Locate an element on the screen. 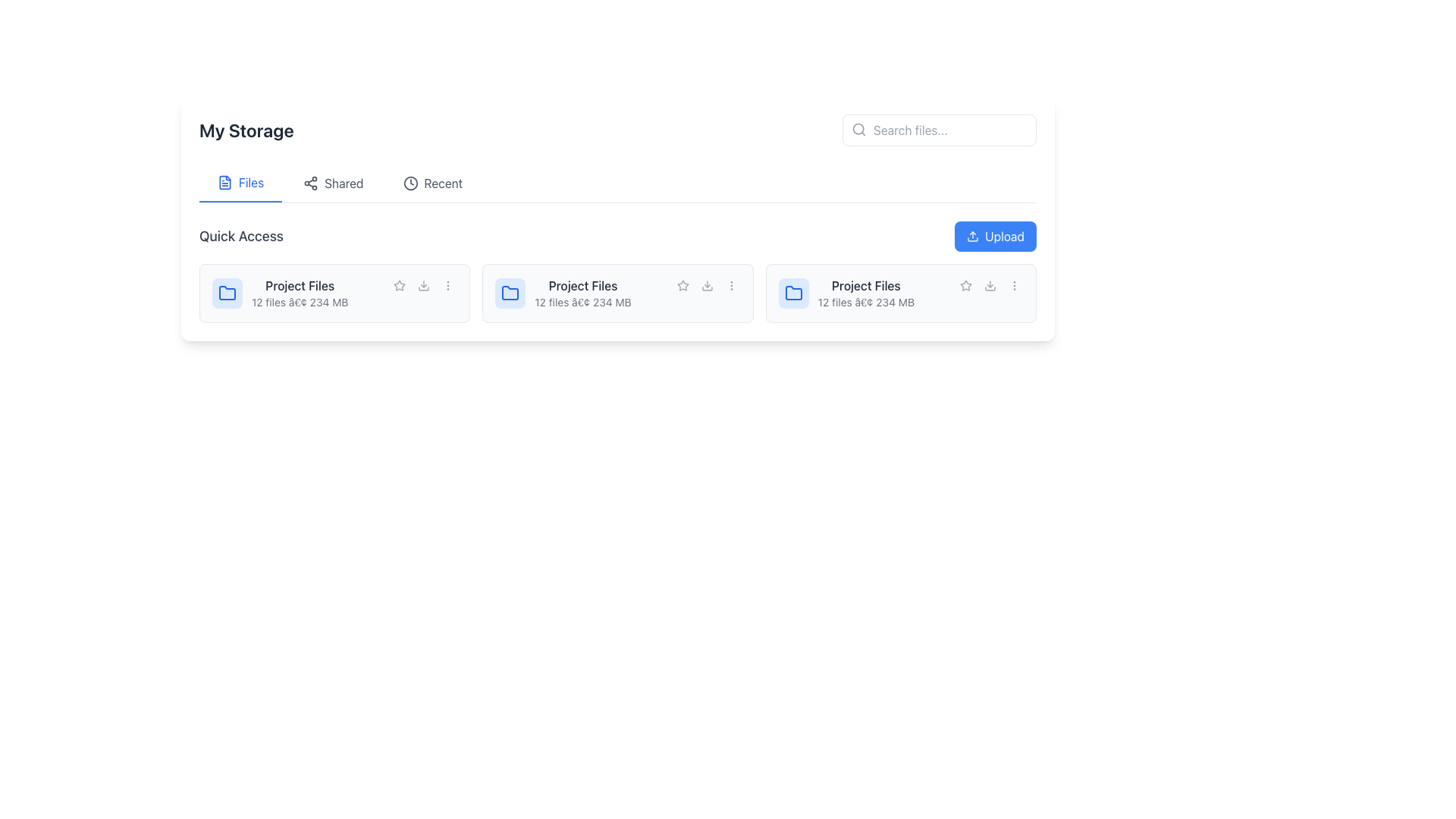 The image size is (1456, 819). the text label displaying the number of files (12) and total size (234 MB) beneath the 'Project Files' text in the third folder item from the left in the Quick Access section is located at coordinates (866, 302).